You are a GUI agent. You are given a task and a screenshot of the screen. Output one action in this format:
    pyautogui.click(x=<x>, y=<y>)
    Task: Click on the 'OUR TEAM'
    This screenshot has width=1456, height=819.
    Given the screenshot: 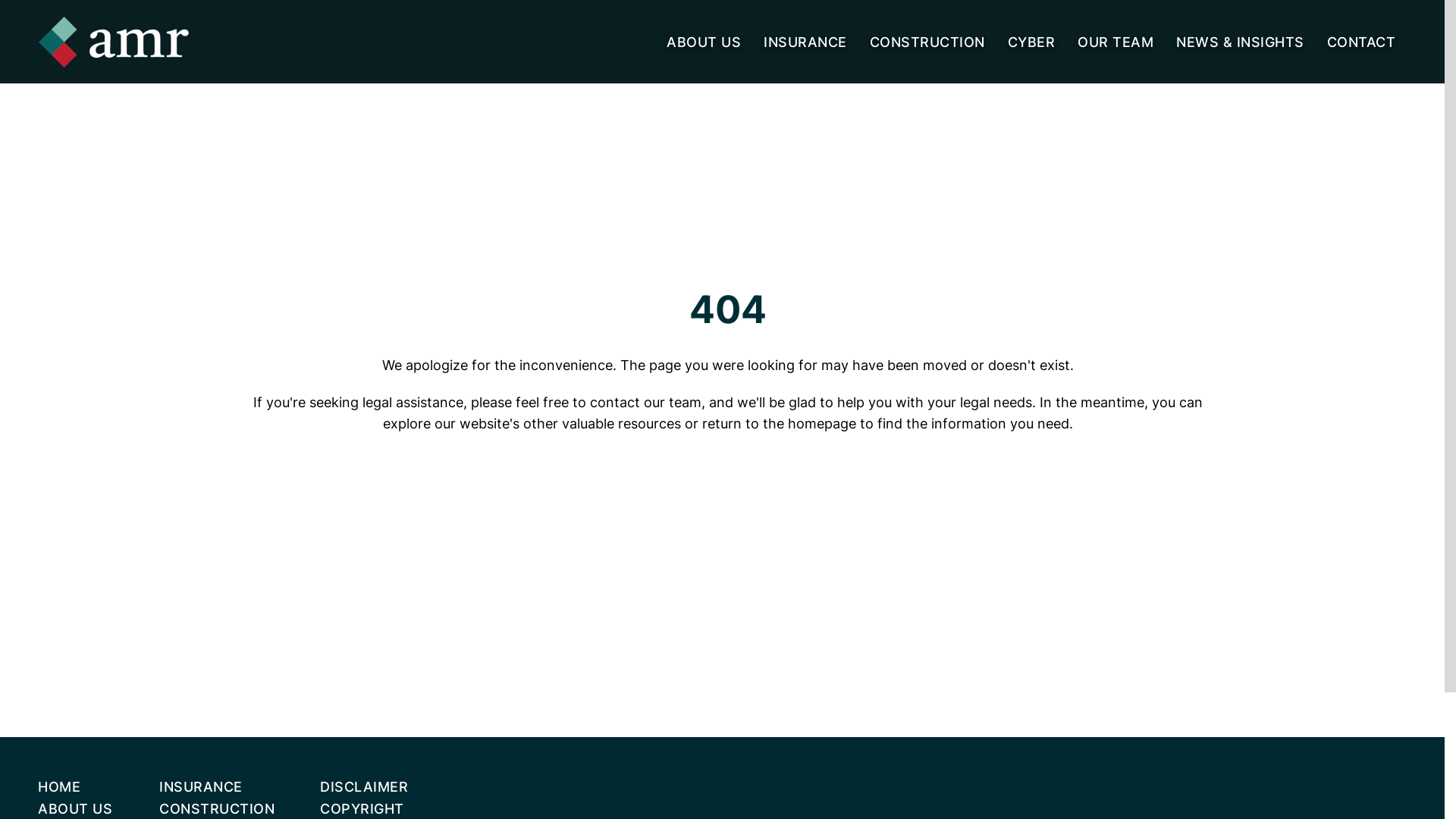 What is the action you would take?
    pyautogui.click(x=1115, y=40)
    